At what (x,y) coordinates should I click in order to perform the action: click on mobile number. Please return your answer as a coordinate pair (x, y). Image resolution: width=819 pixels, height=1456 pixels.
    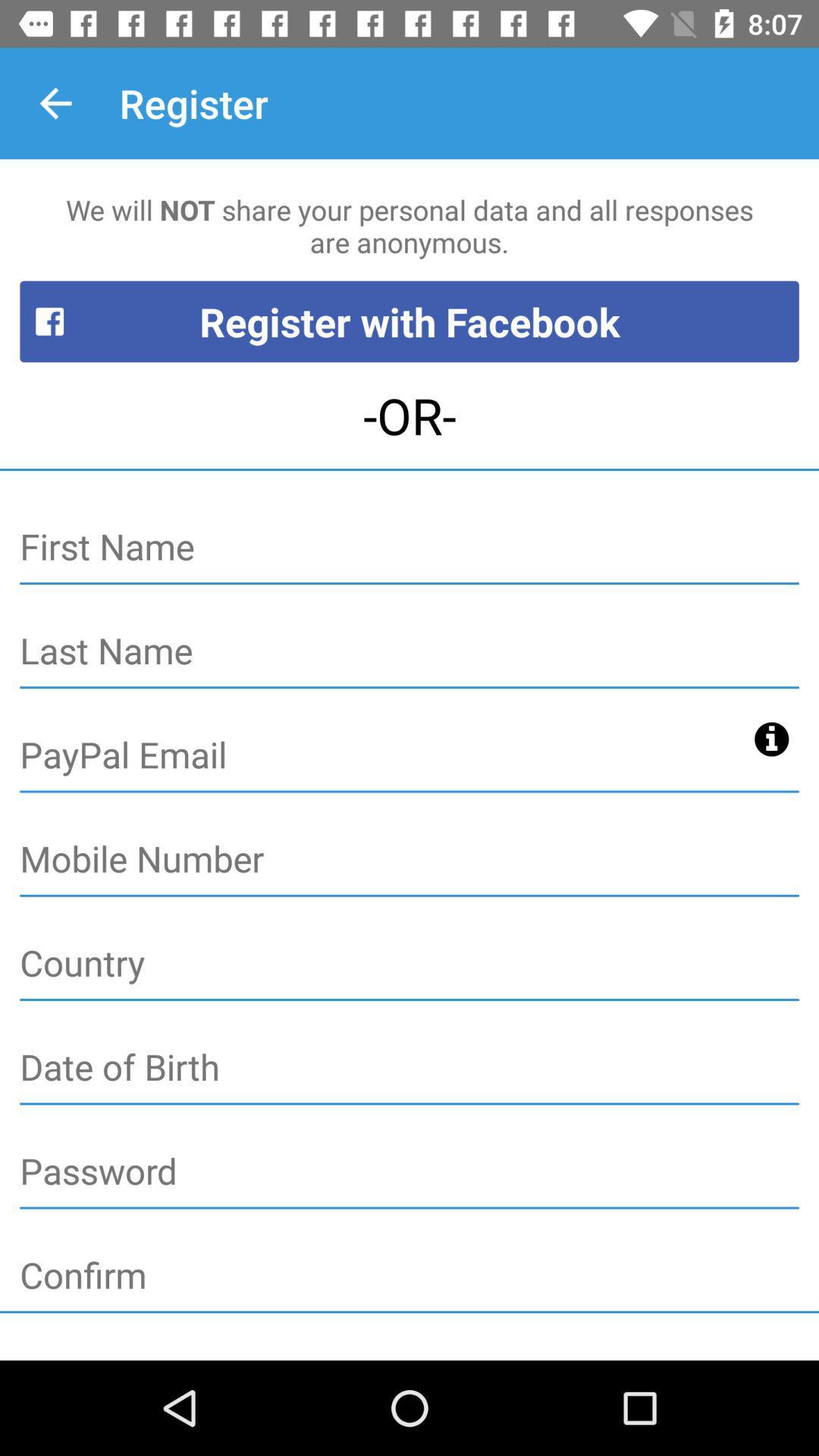
    Looking at the image, I should click on (409, 860).